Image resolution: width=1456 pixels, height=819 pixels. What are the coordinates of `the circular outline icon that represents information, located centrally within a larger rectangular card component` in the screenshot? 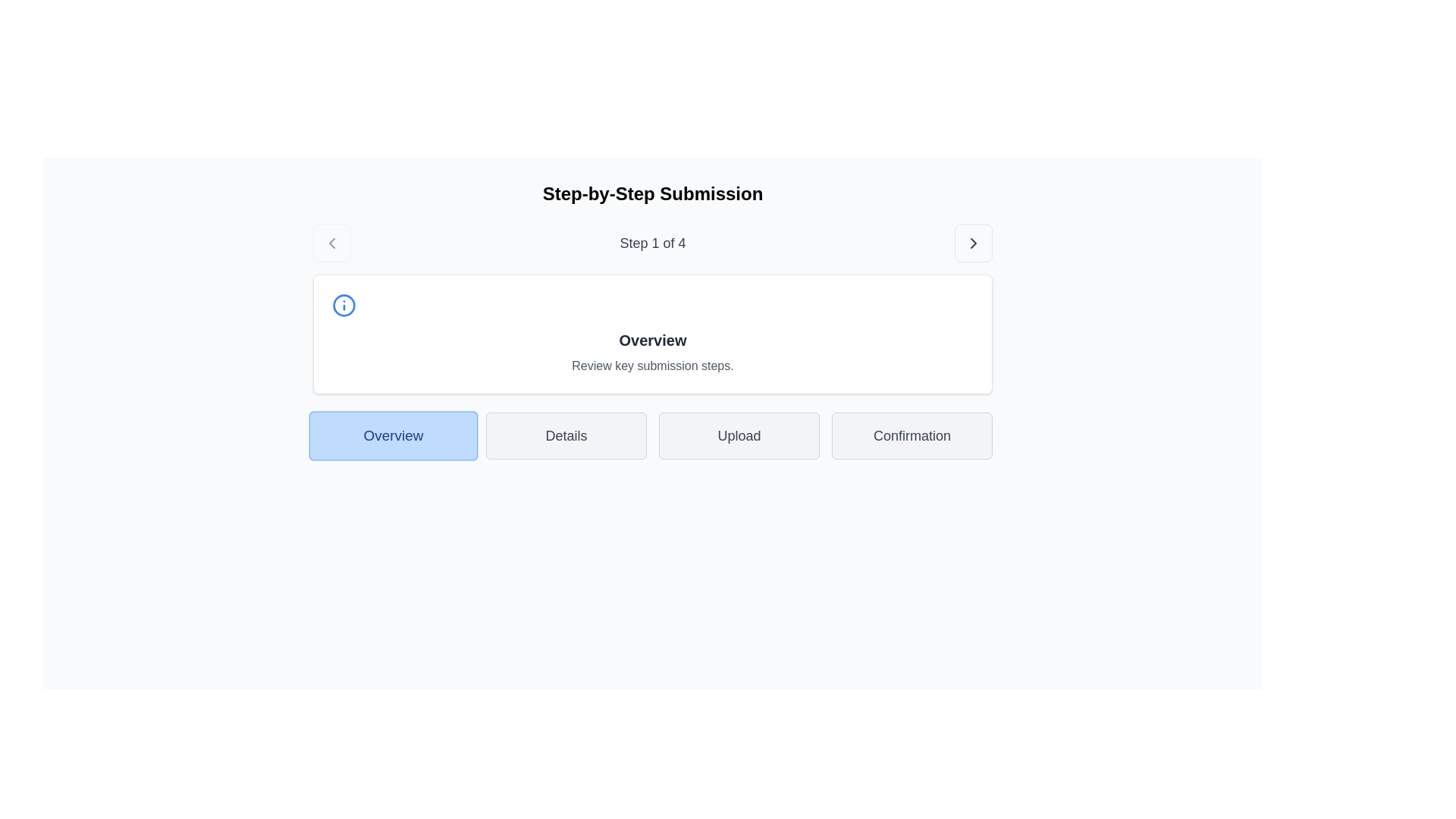 It's located at (344, 305).